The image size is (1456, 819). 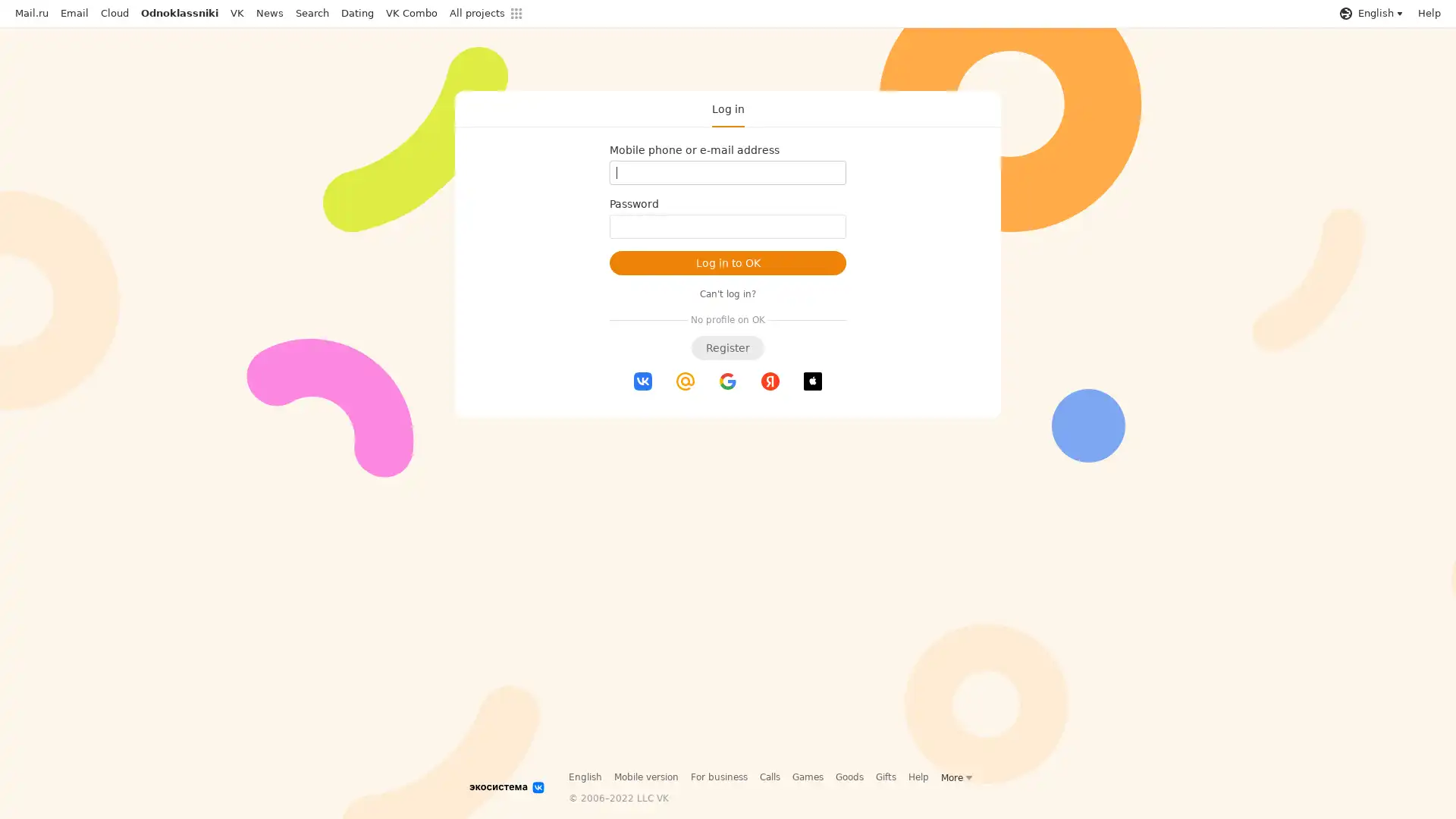 What do you see at coordinates (728, 262) in the screenshot?
I see `Log in to OK` at bounding box center [728, 262].